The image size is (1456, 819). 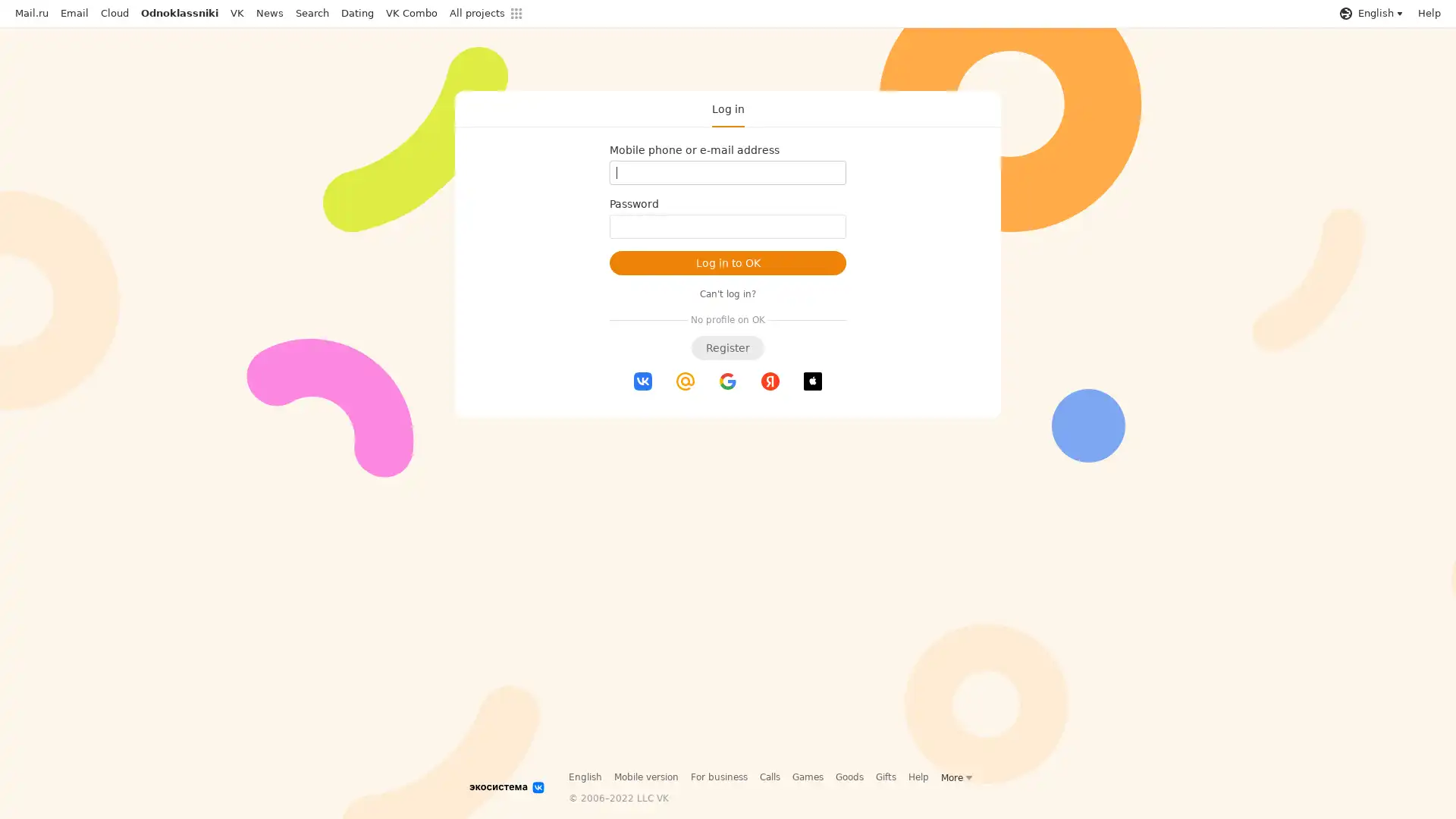 What do you see at coordinates (728, 262) in the screenshot?
I see `Log in to OK` at bounding box center [728, 262].